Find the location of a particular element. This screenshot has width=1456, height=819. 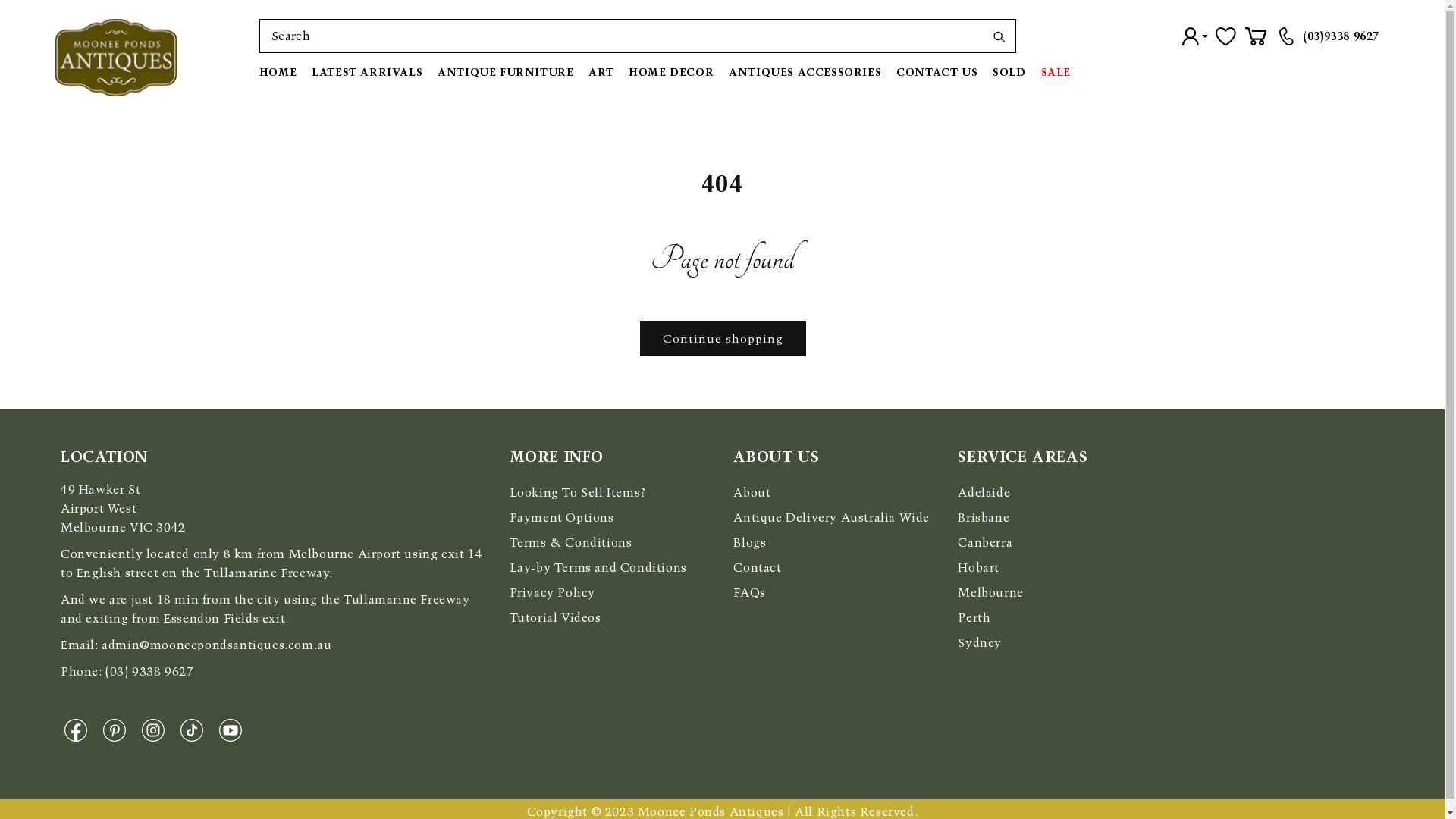

'Terms & Conditions' is located at coordinates (570, 541).